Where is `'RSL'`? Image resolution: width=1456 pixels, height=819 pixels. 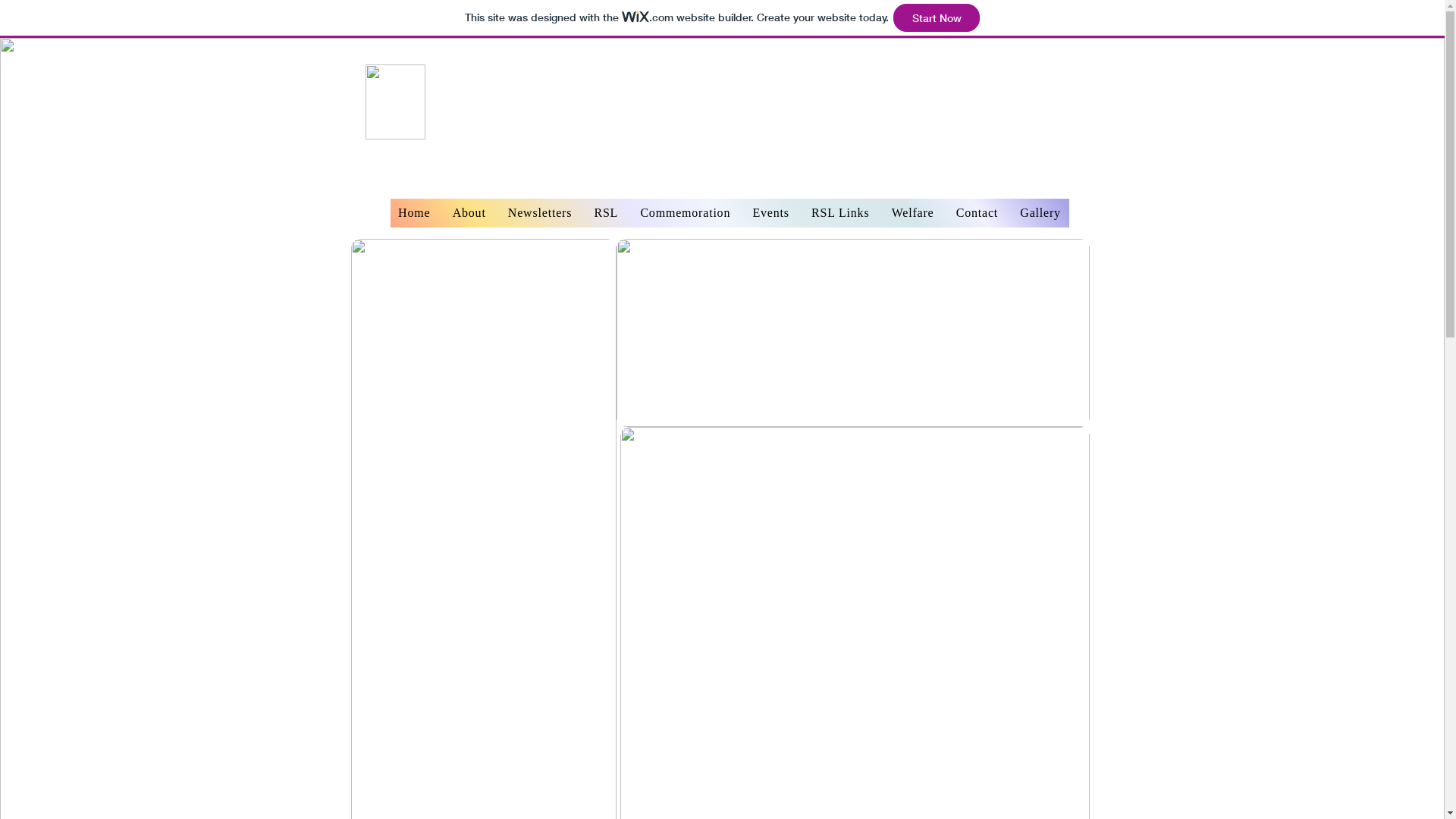
'RSL' is located at coordinates (605, 213).